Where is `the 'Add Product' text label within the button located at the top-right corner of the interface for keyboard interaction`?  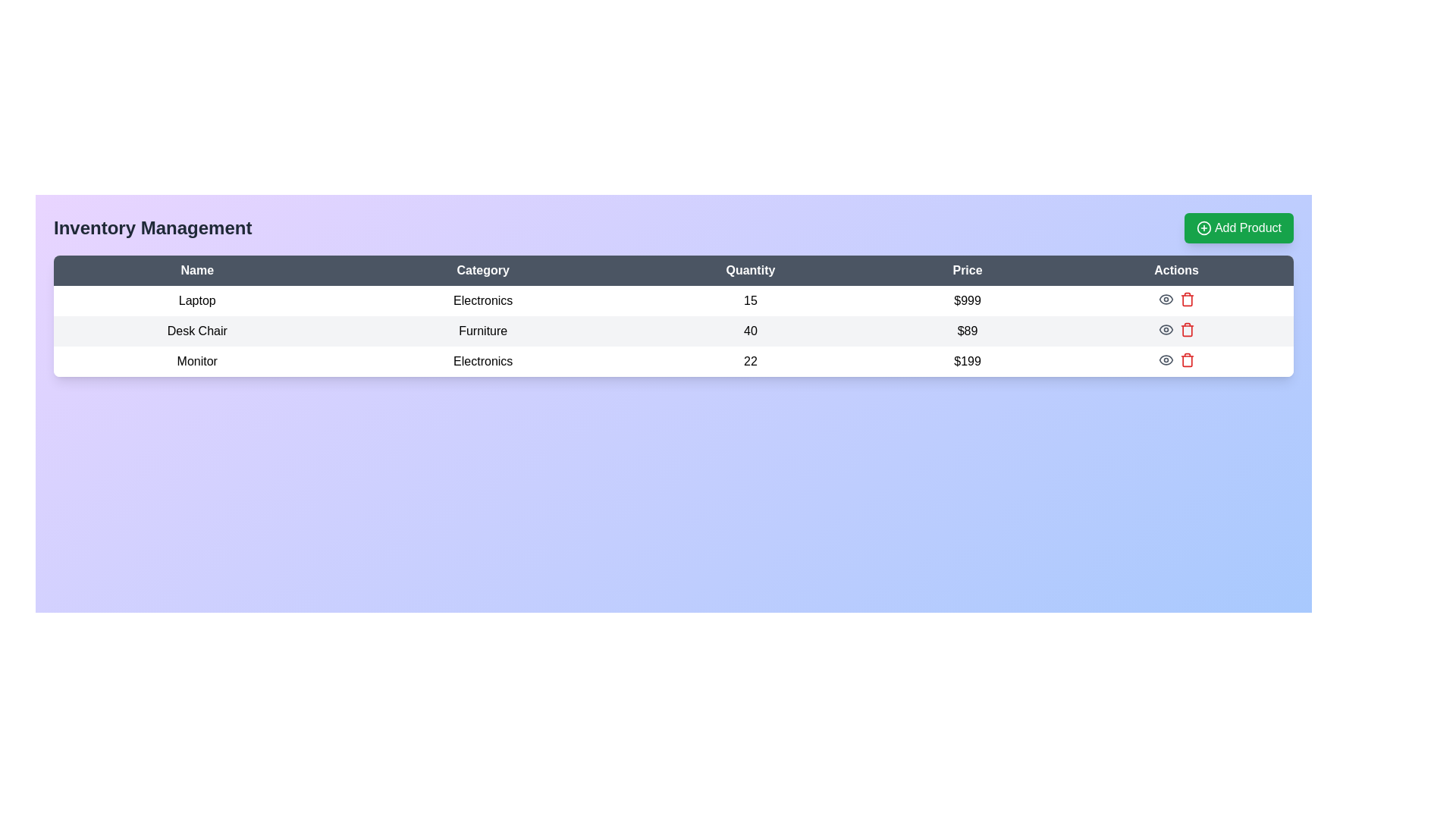
the 'Add Product' text label within the button located at the top-right corner of the interface for keyboard interaction is located at coordinates (1248, 227).